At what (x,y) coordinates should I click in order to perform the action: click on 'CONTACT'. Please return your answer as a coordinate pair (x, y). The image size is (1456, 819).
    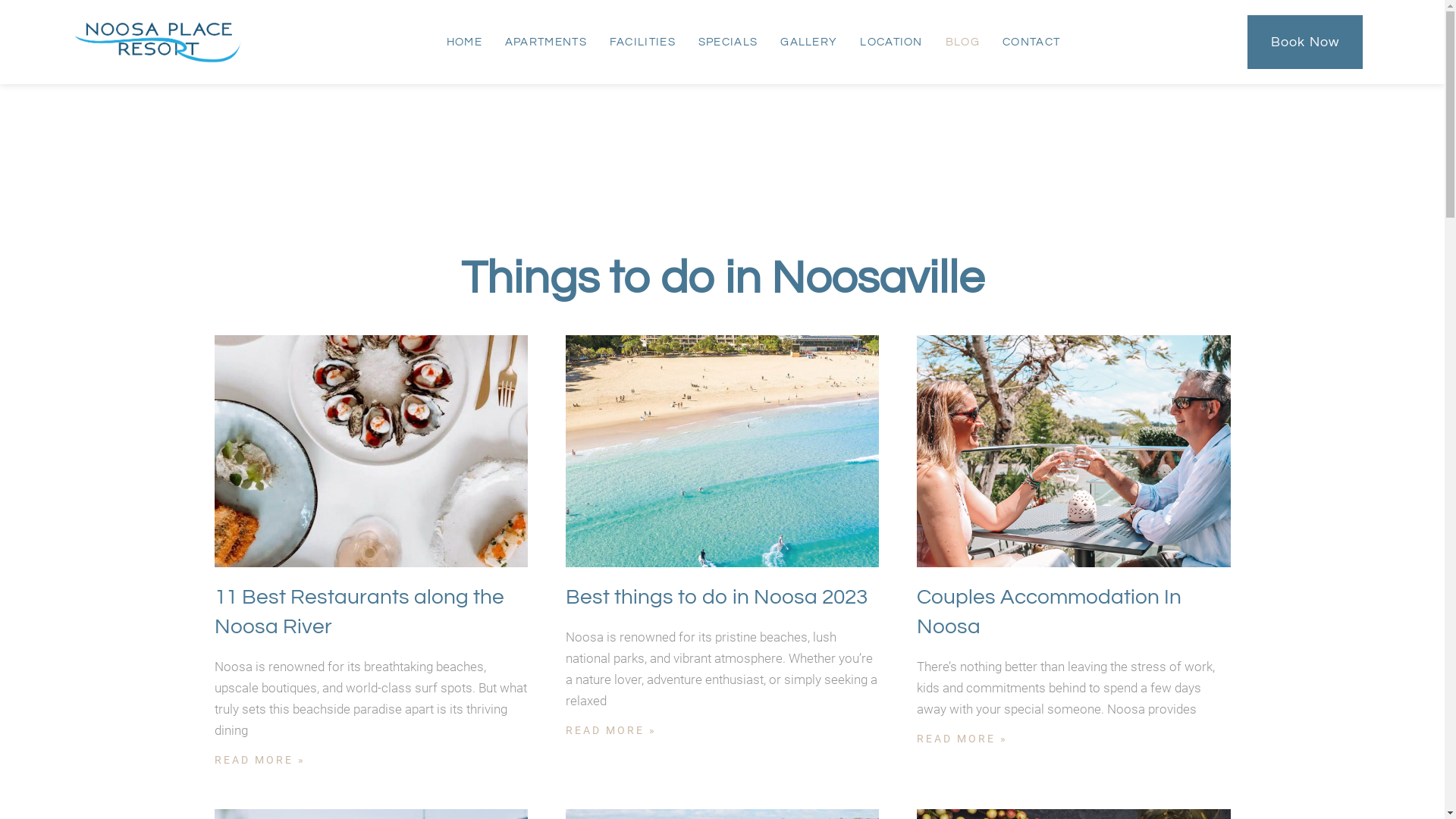
    Looking at the image, I should click on (990, 41).